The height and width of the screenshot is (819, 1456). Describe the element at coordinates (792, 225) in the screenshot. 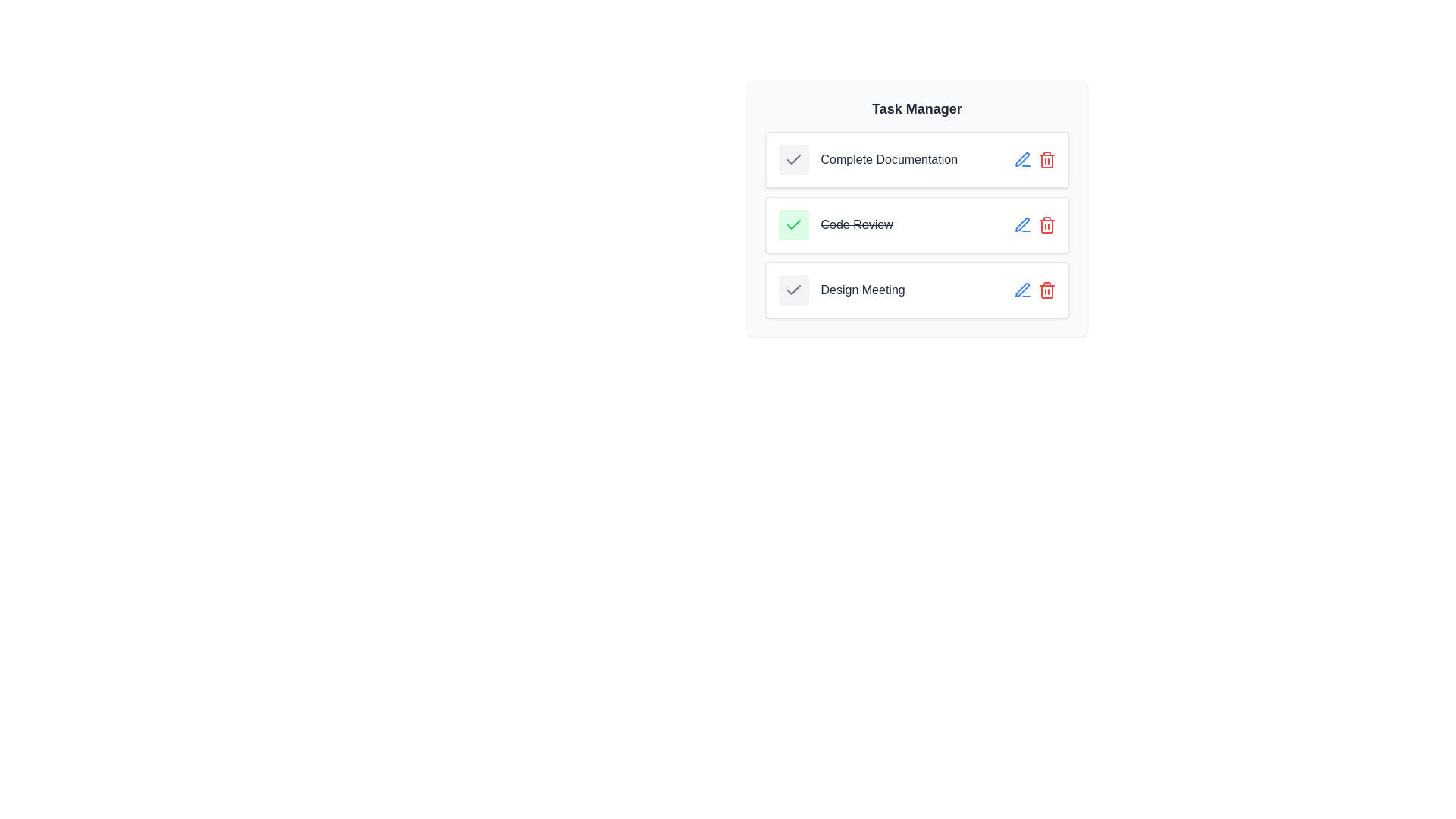

I see `the small green checkmark icon within the checkbox for the 'Code Review' task` at that location.